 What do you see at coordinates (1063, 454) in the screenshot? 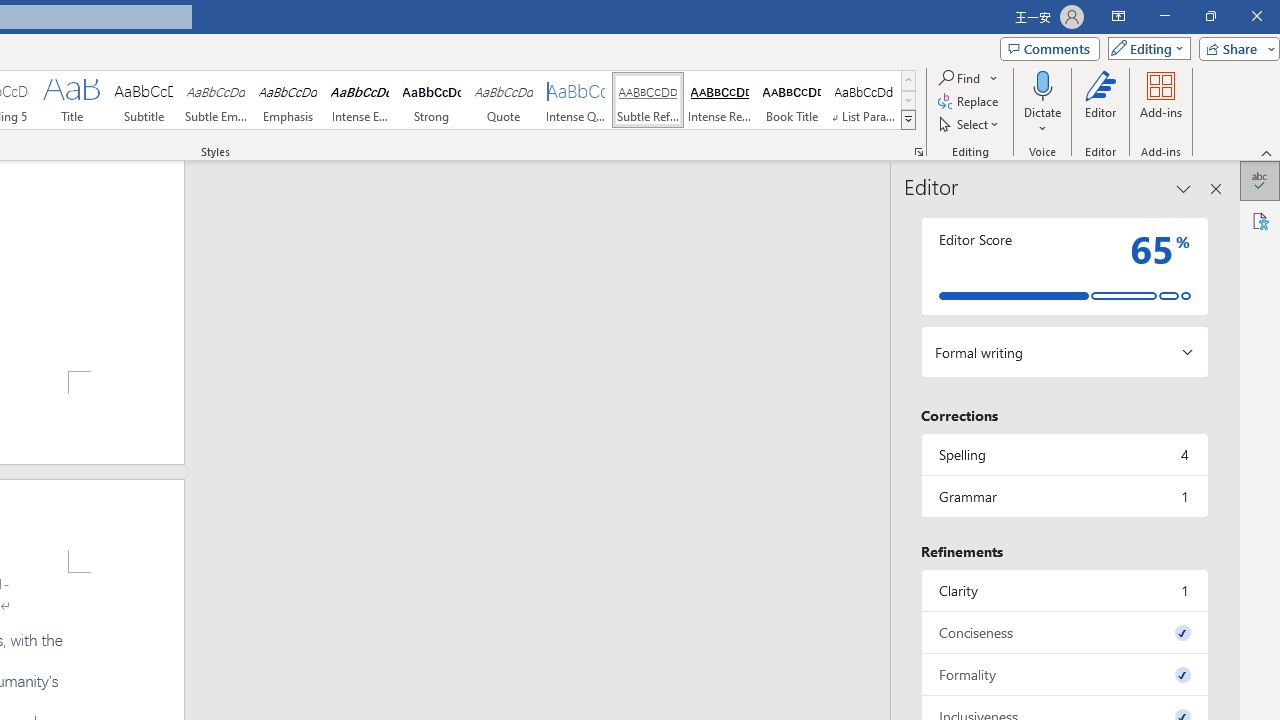
I see `'Spelling, 4 issues. Press space or enter to review items.'` at bounding box center [1063, 454].